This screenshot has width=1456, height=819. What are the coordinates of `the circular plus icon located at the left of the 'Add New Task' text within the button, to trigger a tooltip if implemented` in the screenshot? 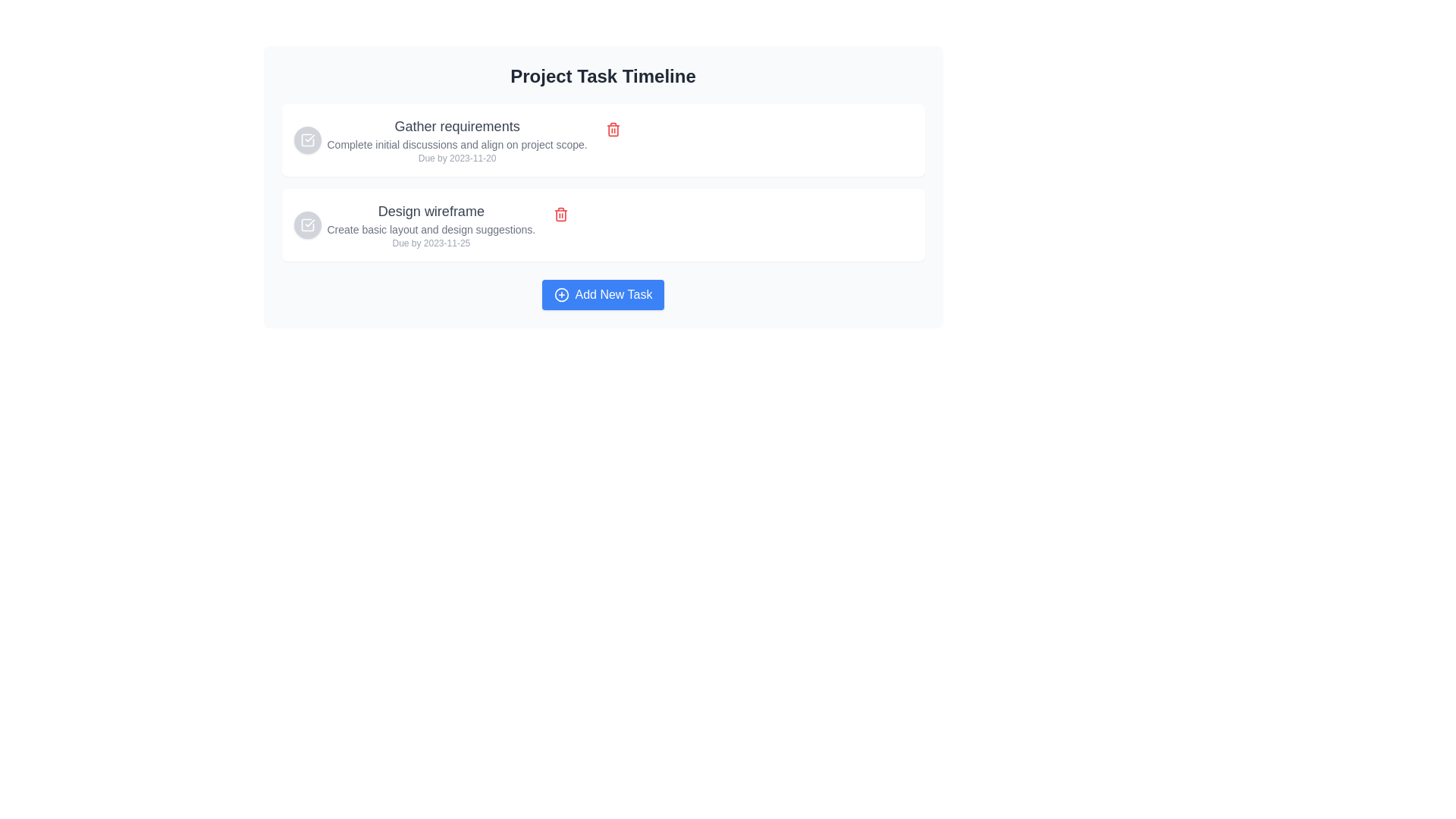 It's located at (560, 295).